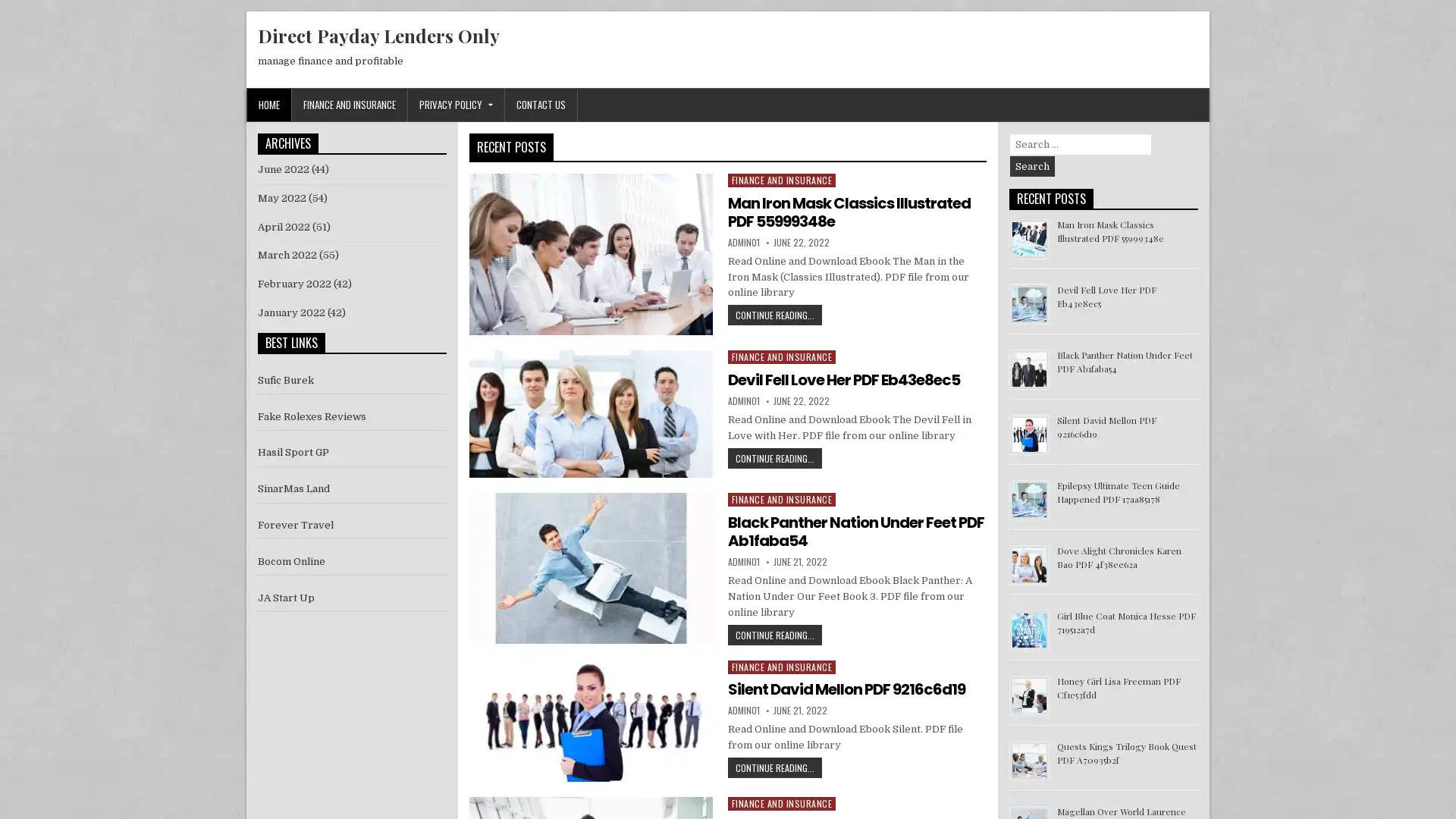 The width and height of the screenshot is (1456, 819). What do you see at coordinates (1031, 166) in the screenshot?
I see `Search` at bounding box center [1031, 166].